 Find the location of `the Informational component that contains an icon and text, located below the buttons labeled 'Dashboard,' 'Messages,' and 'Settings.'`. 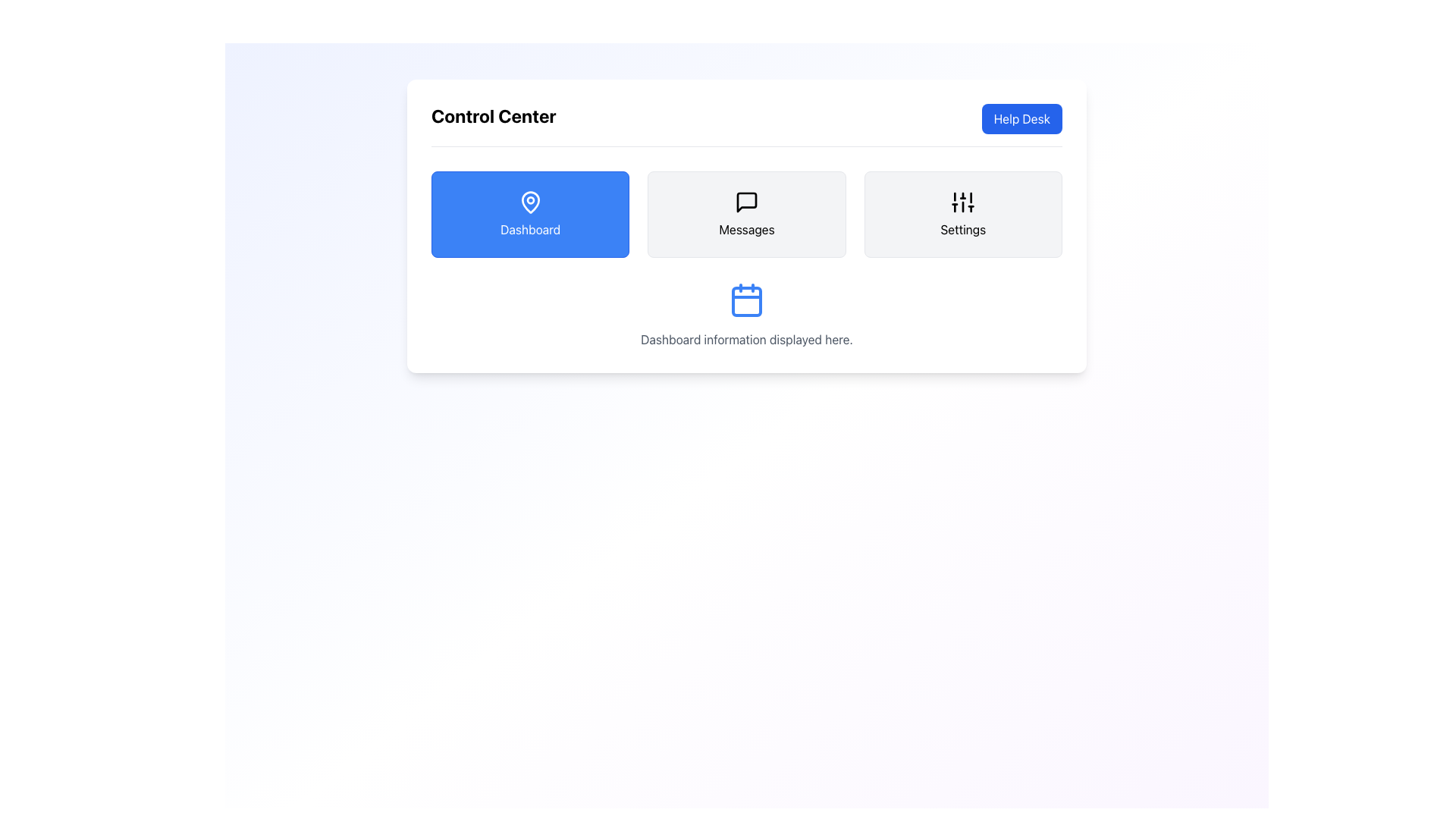

the Informational component that contains an icon and text, located below the buttons labeled 'Dashboard,' 'Messages,' and 'Settings.' is located at coordinates (746, 315).